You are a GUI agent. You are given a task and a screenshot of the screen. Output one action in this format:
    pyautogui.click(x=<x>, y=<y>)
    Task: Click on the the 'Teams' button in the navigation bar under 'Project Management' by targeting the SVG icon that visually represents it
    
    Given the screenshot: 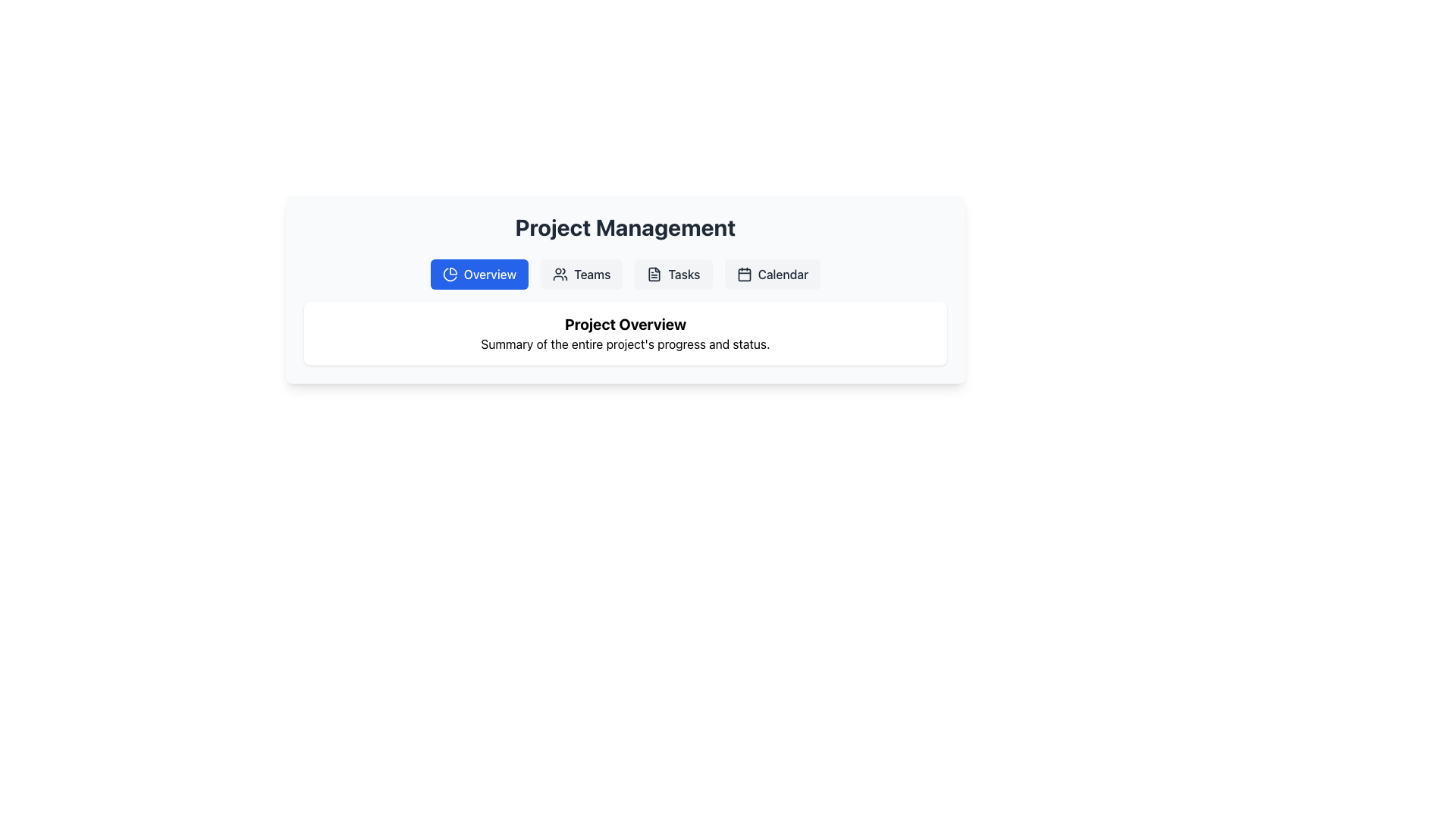 What is the action you would take?
    pyautogui.click(x=560, y=275)
    